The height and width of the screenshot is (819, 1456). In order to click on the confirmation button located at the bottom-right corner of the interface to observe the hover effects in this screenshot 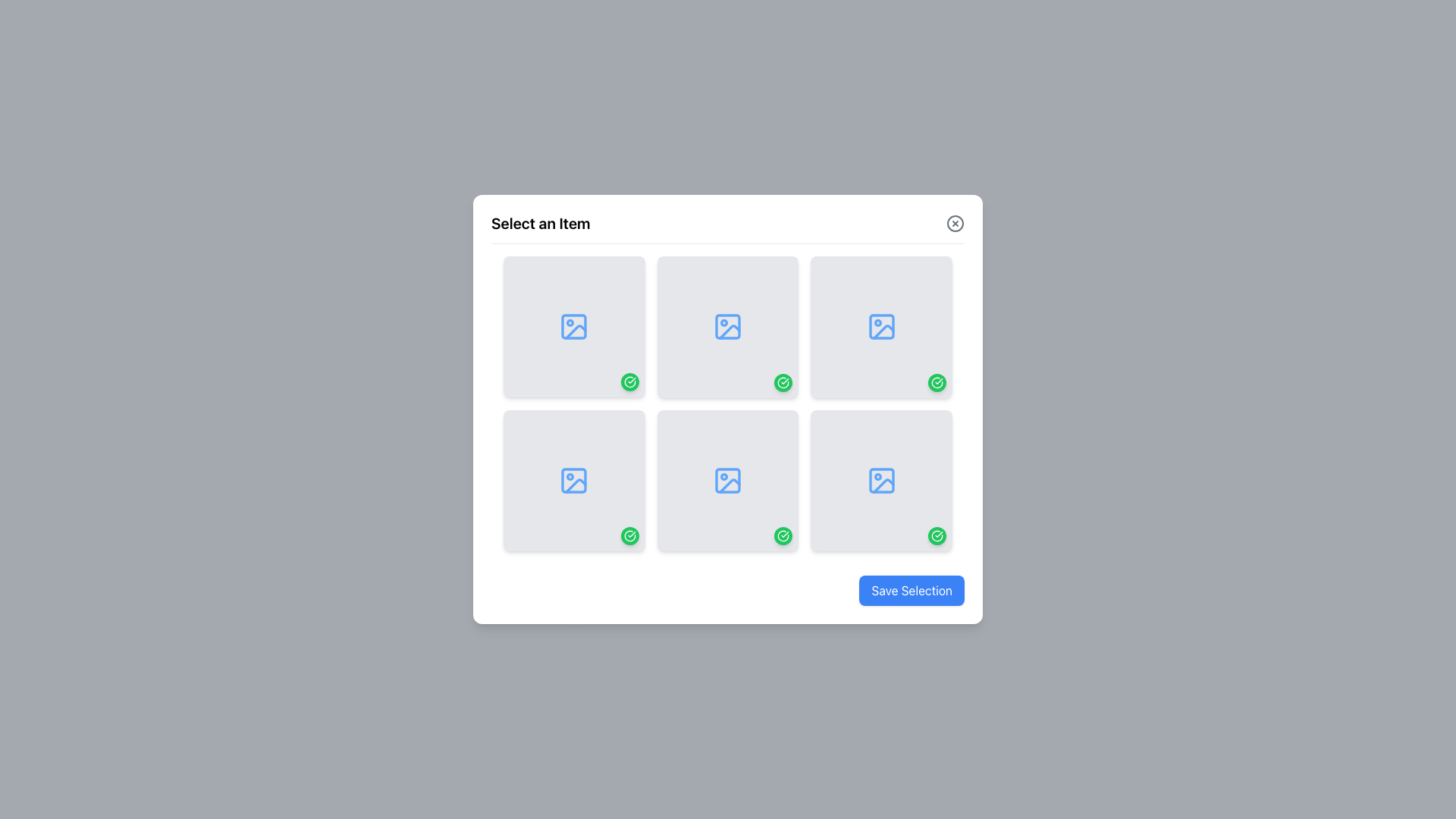, I will do `click(911, 590)`.